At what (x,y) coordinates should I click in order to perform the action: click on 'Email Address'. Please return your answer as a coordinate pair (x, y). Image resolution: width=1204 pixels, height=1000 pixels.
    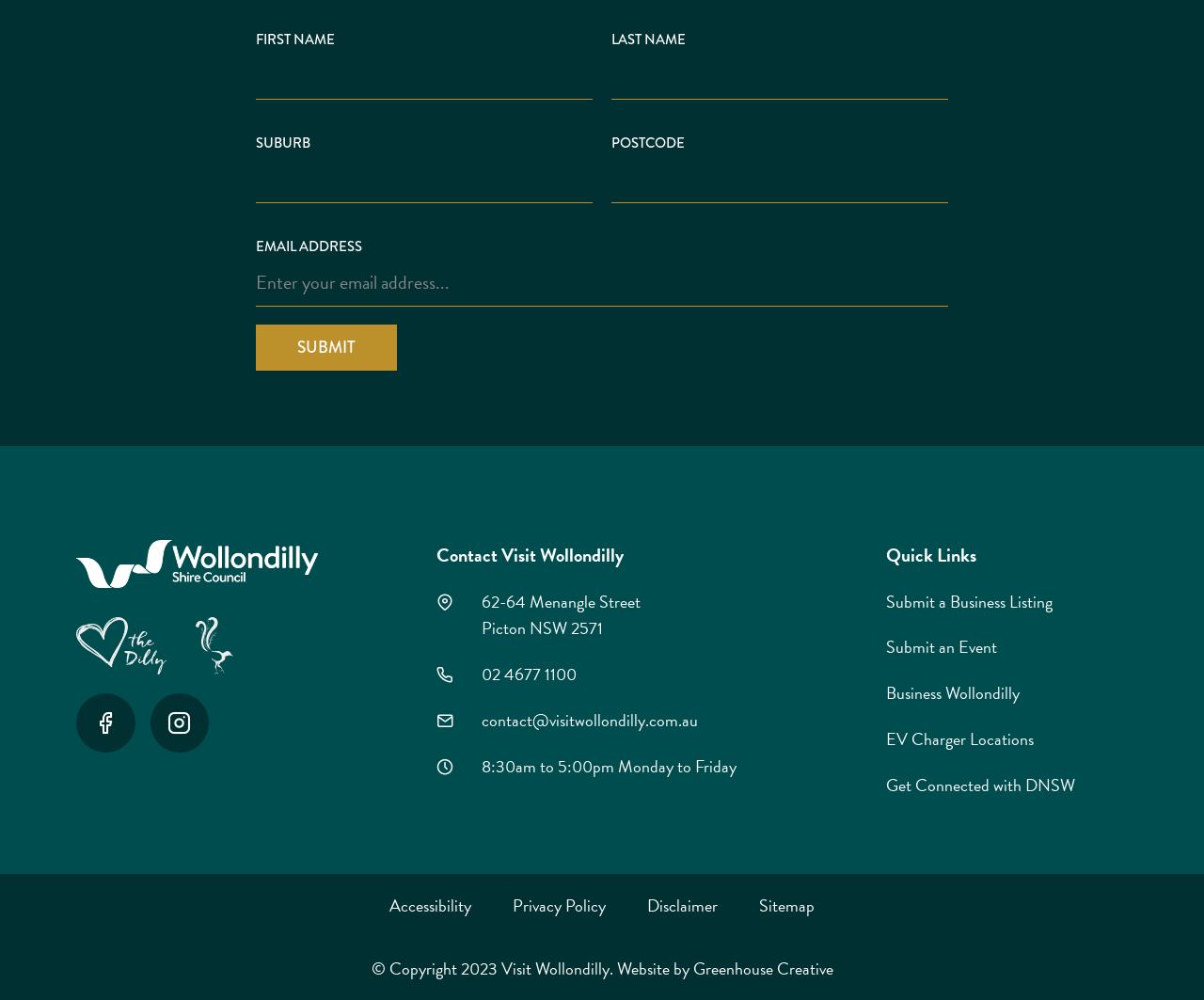
    Looking at the image, I should click on (309, 246).